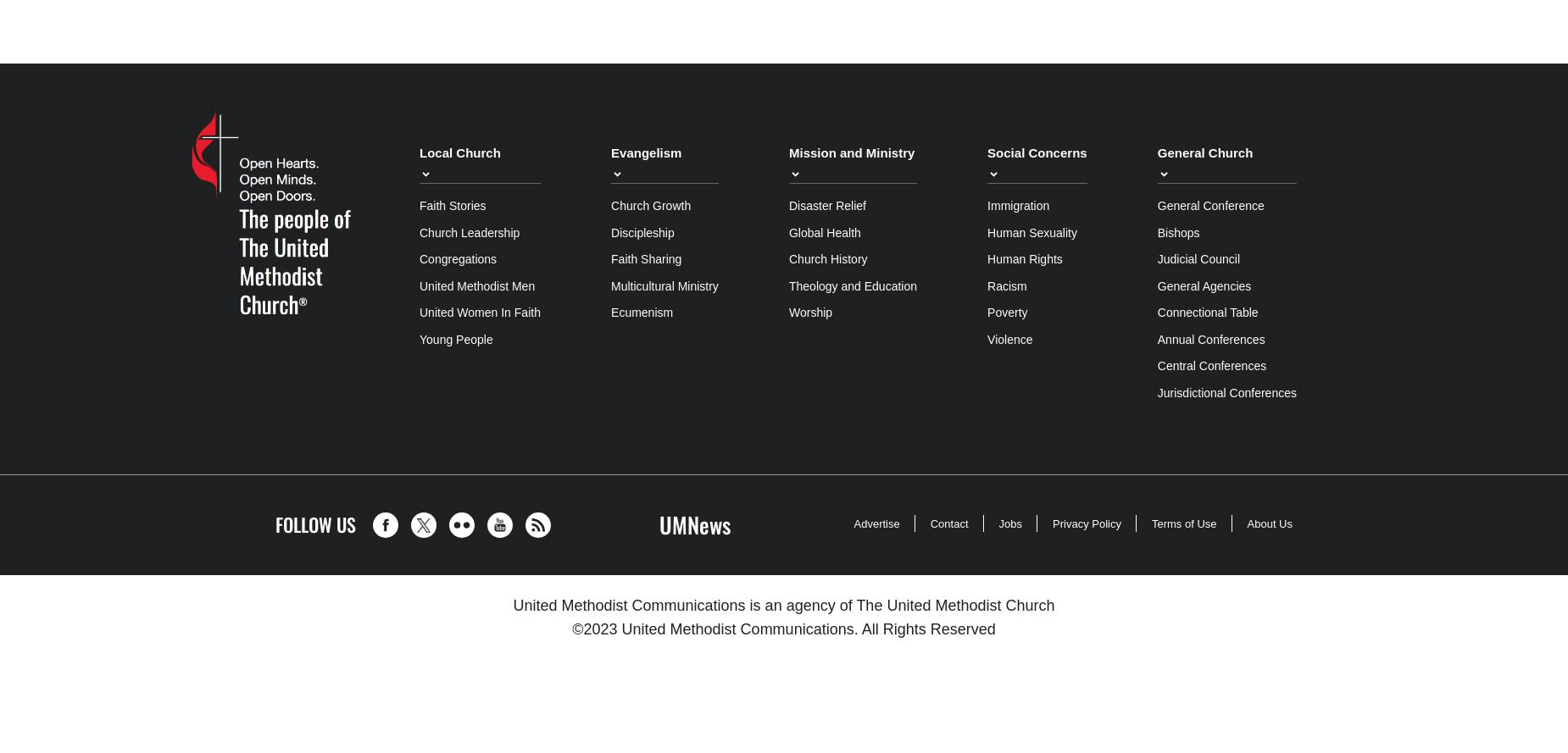  What do you see at coordinates (1006, 312) in the screenshot?
I see `'Poverty'` at bounding box center [1006, 312].